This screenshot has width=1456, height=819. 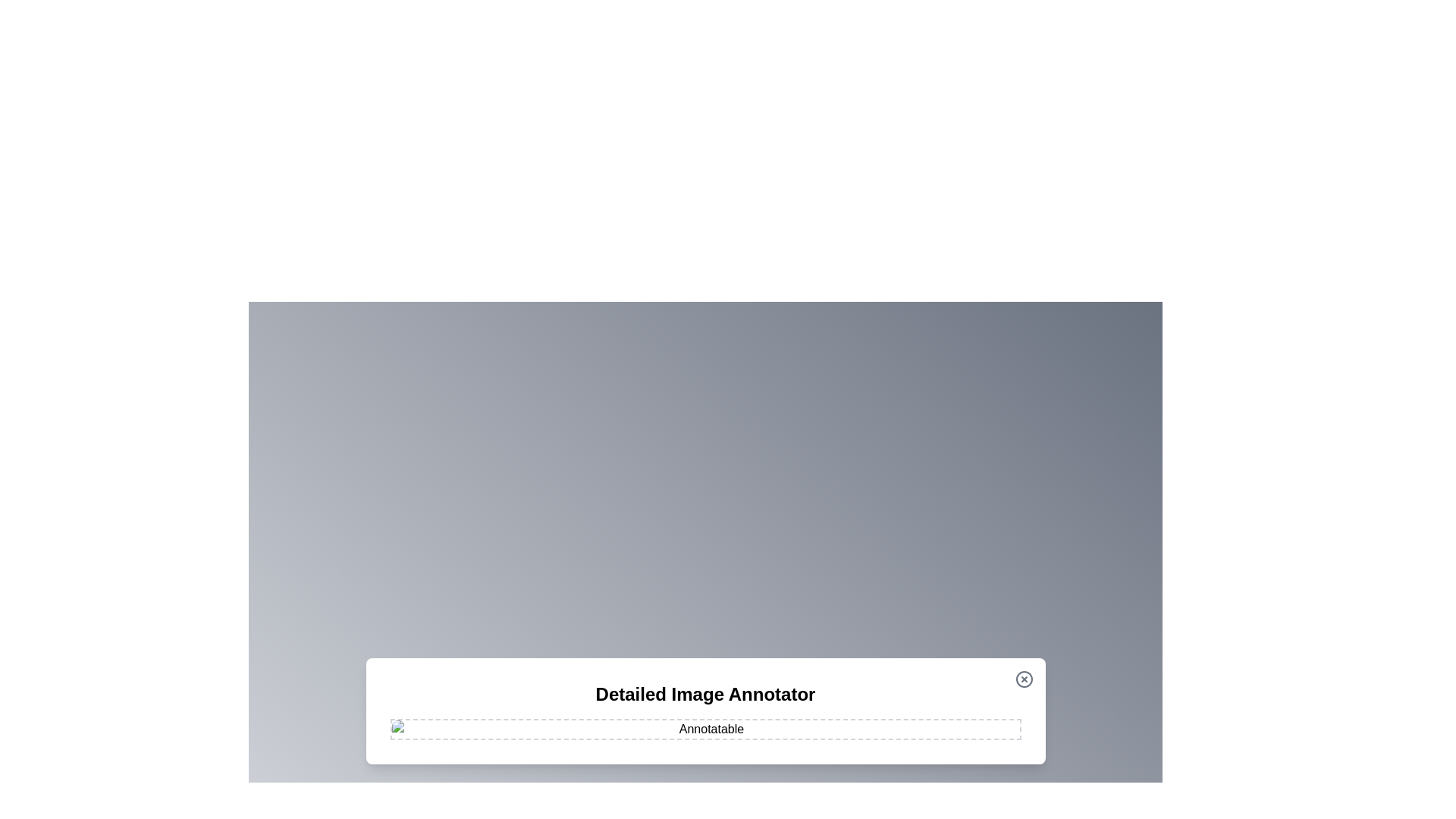 What do you see at coordinates (946, 736) in the screenshot?
I see `the image at coordinates (1249, 973) to add an annotation` at bounding box center [946, 736].